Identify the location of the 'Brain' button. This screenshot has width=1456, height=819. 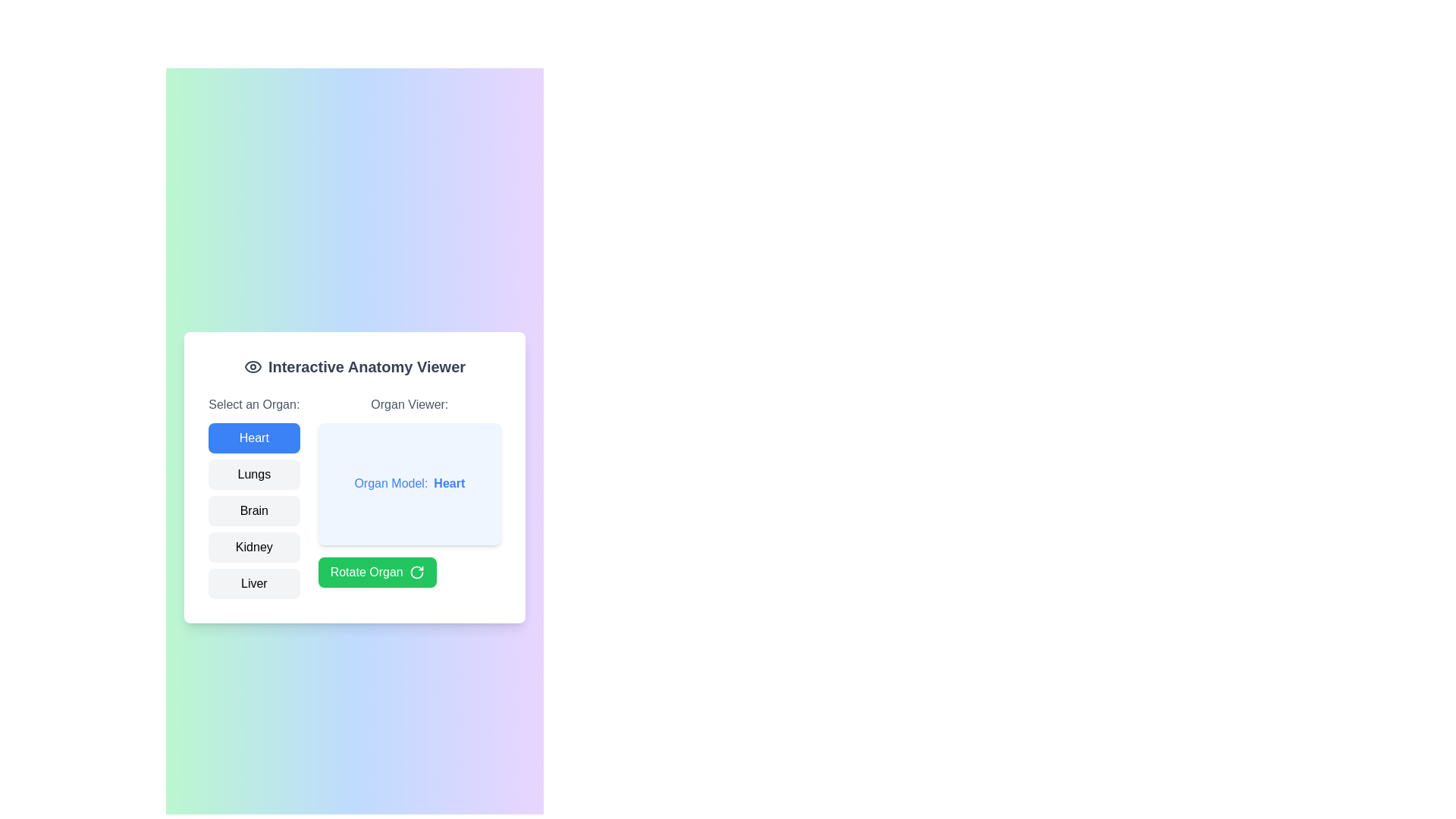
(254, 511).